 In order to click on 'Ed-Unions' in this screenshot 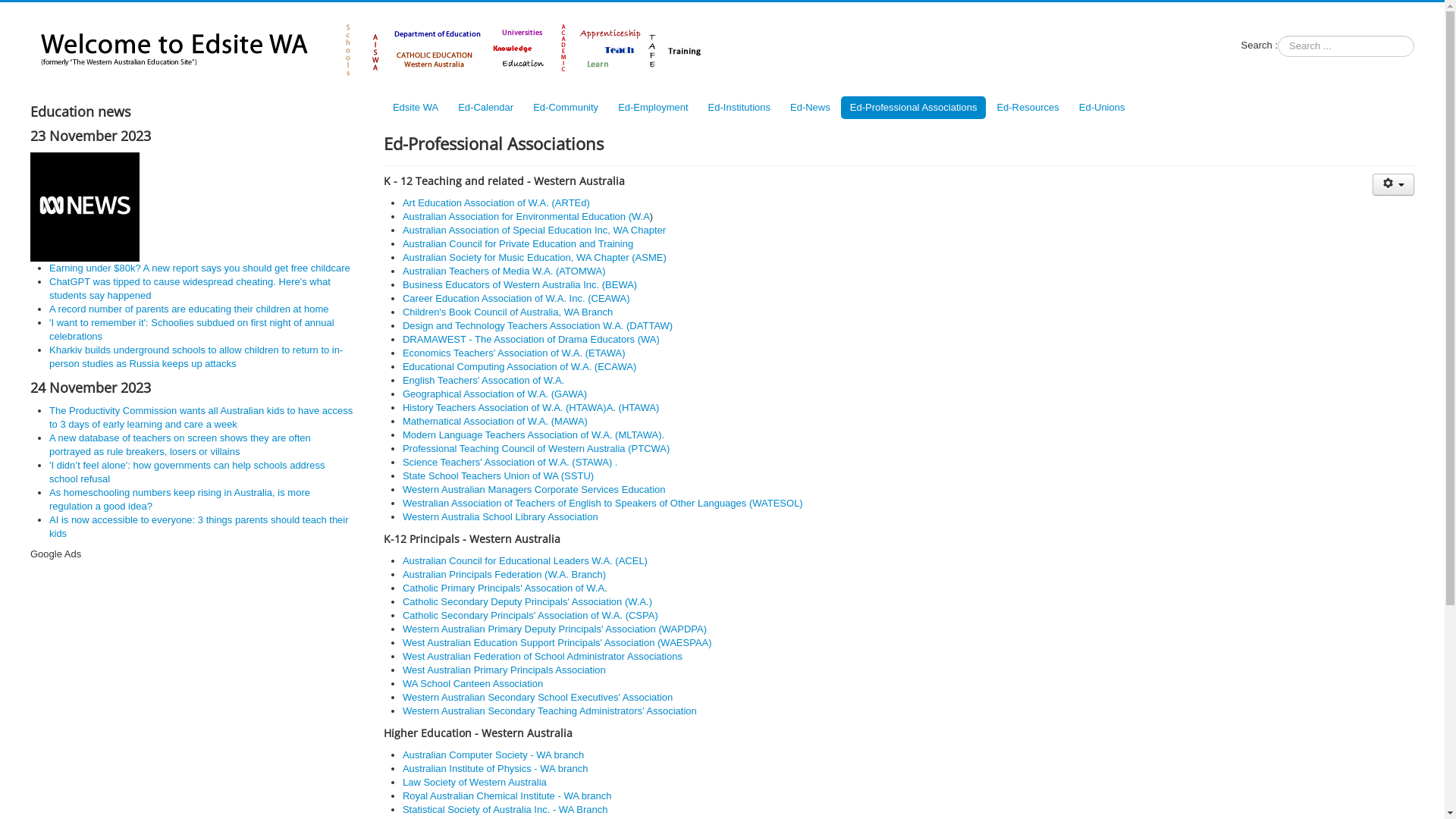, I will do `click(1069, 107)`.